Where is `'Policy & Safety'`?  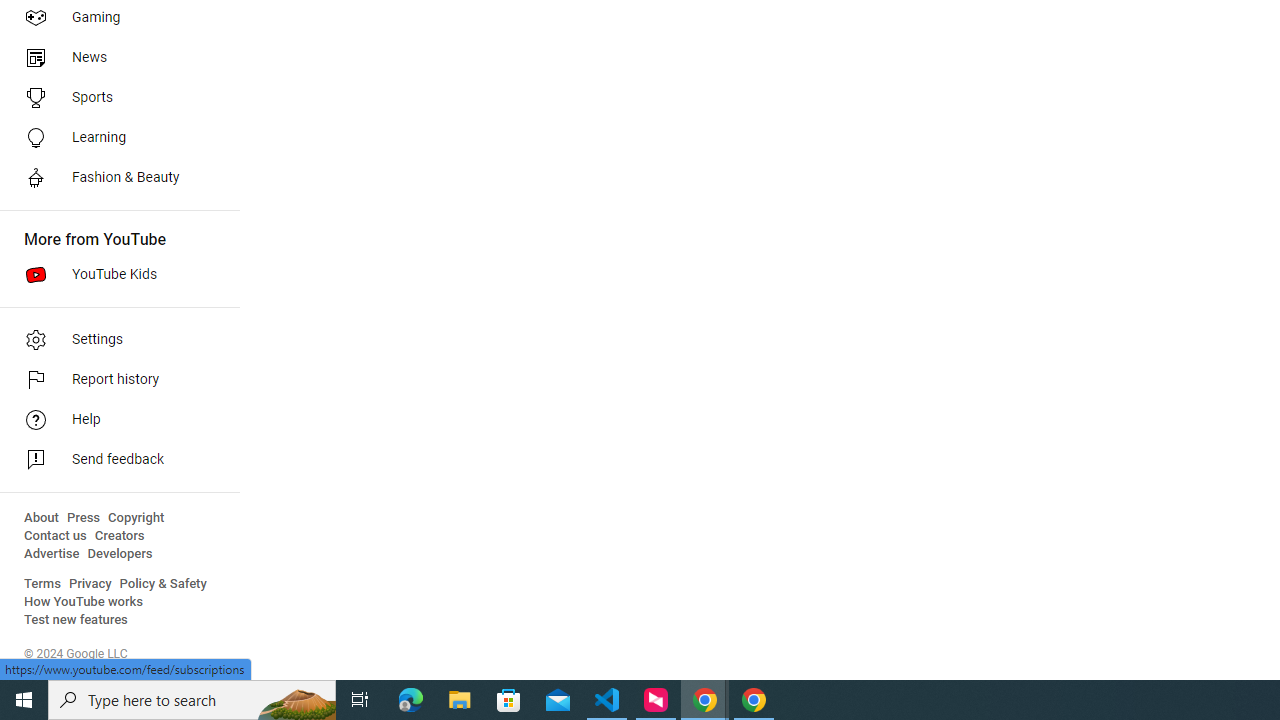 'Policy & Safety' is located at coordinates (163, 584).